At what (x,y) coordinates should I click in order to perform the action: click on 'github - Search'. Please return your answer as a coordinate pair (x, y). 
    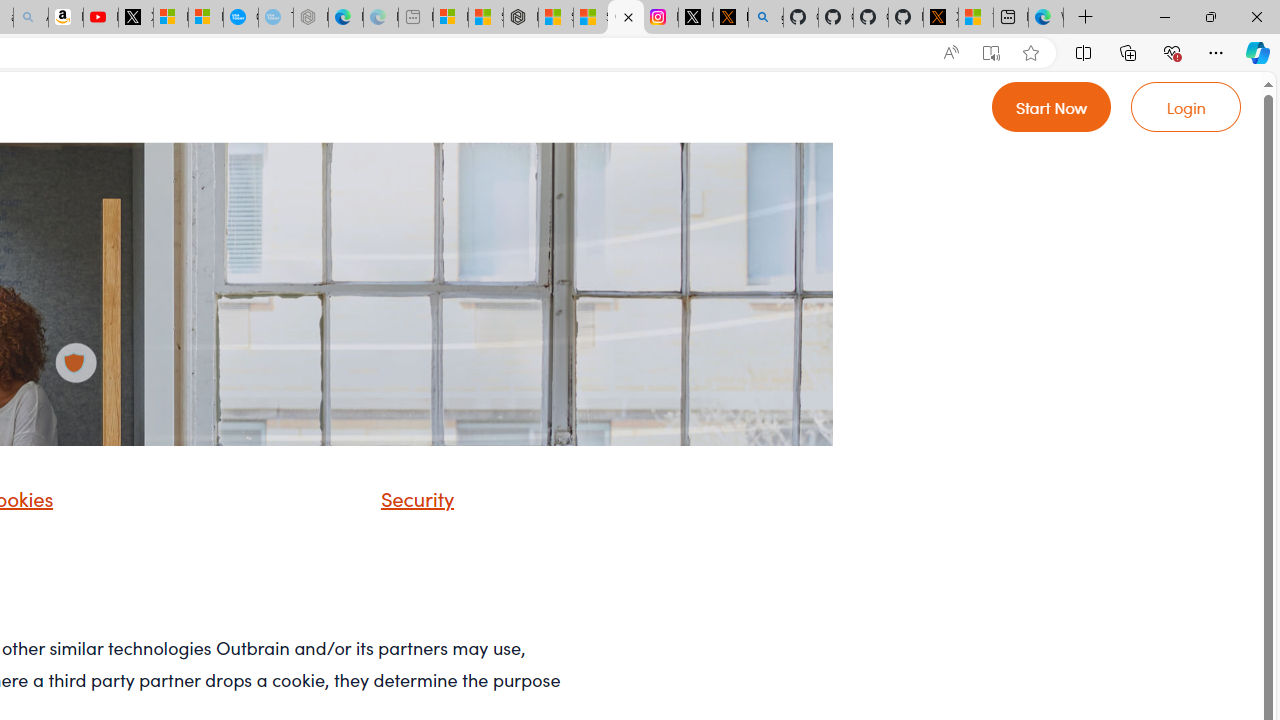
    Looking at the image, I should click on (765, 17).